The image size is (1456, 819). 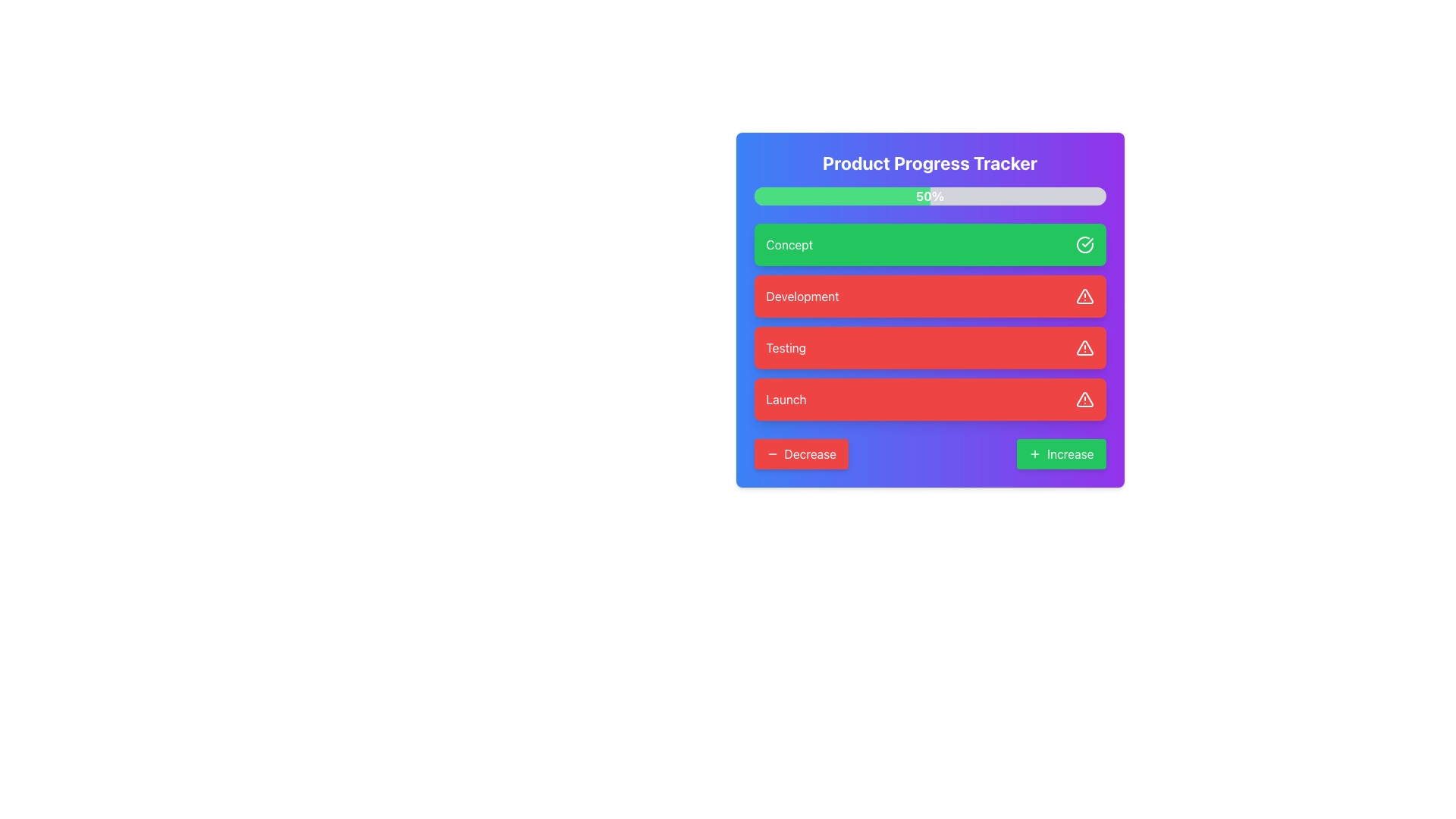 What do you see at coordinates (1034, 453) in the screenshot?
I see `the small green square icon with a white '+' symbol located inside the 'Increase' button in the bottom-right corner of the interface` at bounding box center [1034, 453].